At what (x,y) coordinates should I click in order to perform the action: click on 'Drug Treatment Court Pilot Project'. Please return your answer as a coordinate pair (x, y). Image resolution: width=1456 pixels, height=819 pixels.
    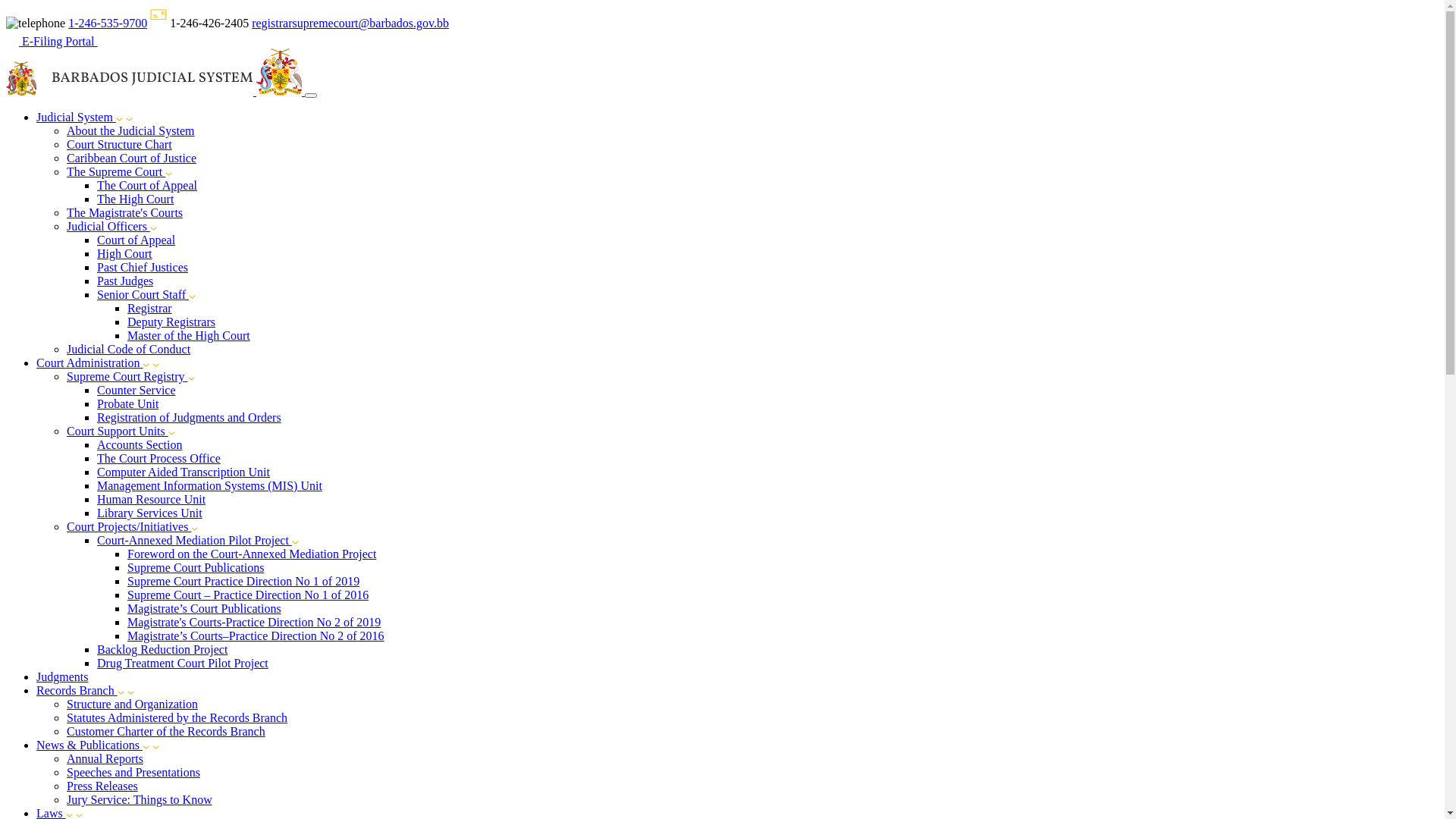
    Looking at the image, I should click on (182, 662).